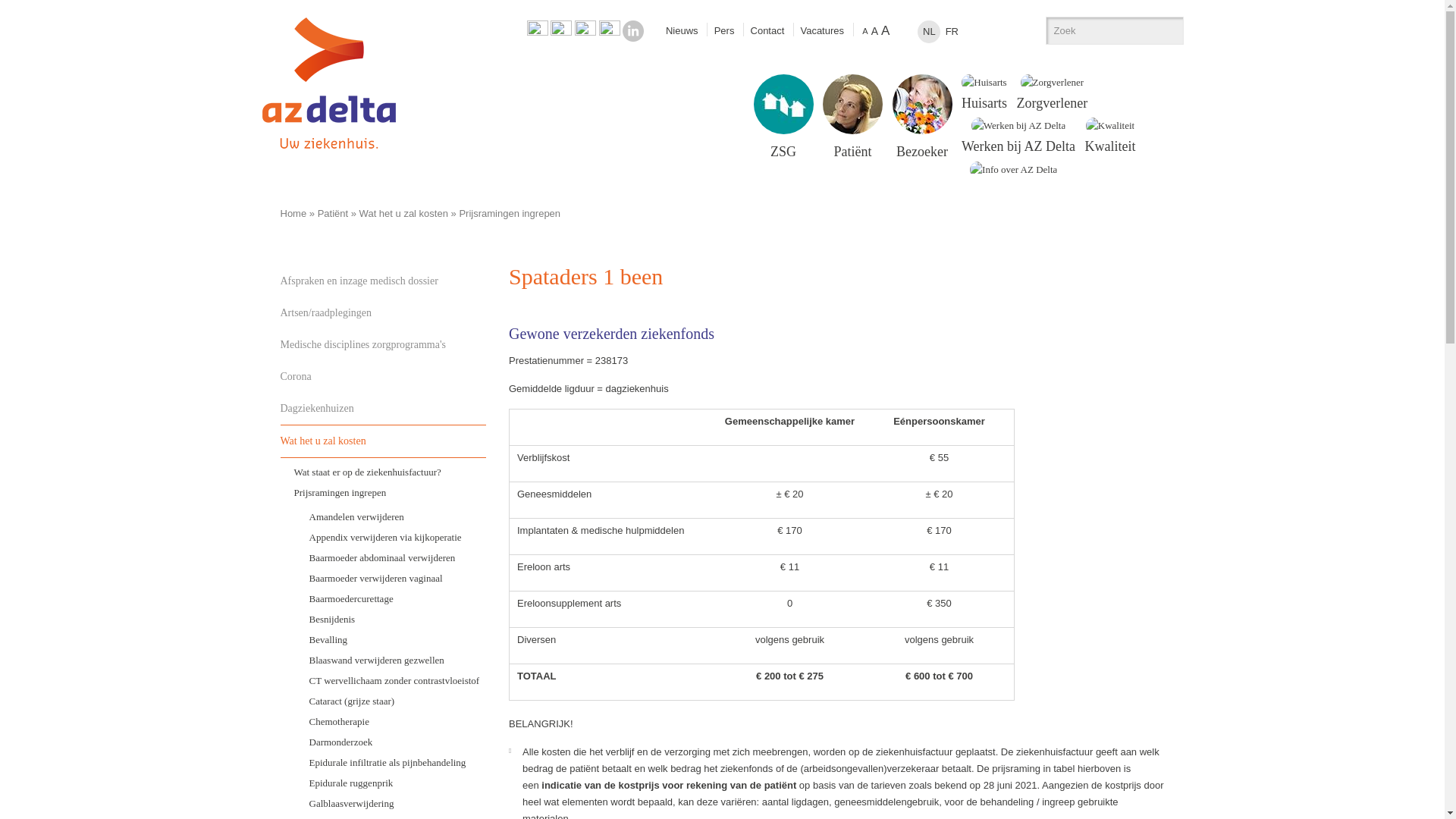 Image resolution: width=1456 pixels, height=819 pixels. I want to click on 'Wat staat er op de ziekenhuisfactuur?', so click(383, 470).